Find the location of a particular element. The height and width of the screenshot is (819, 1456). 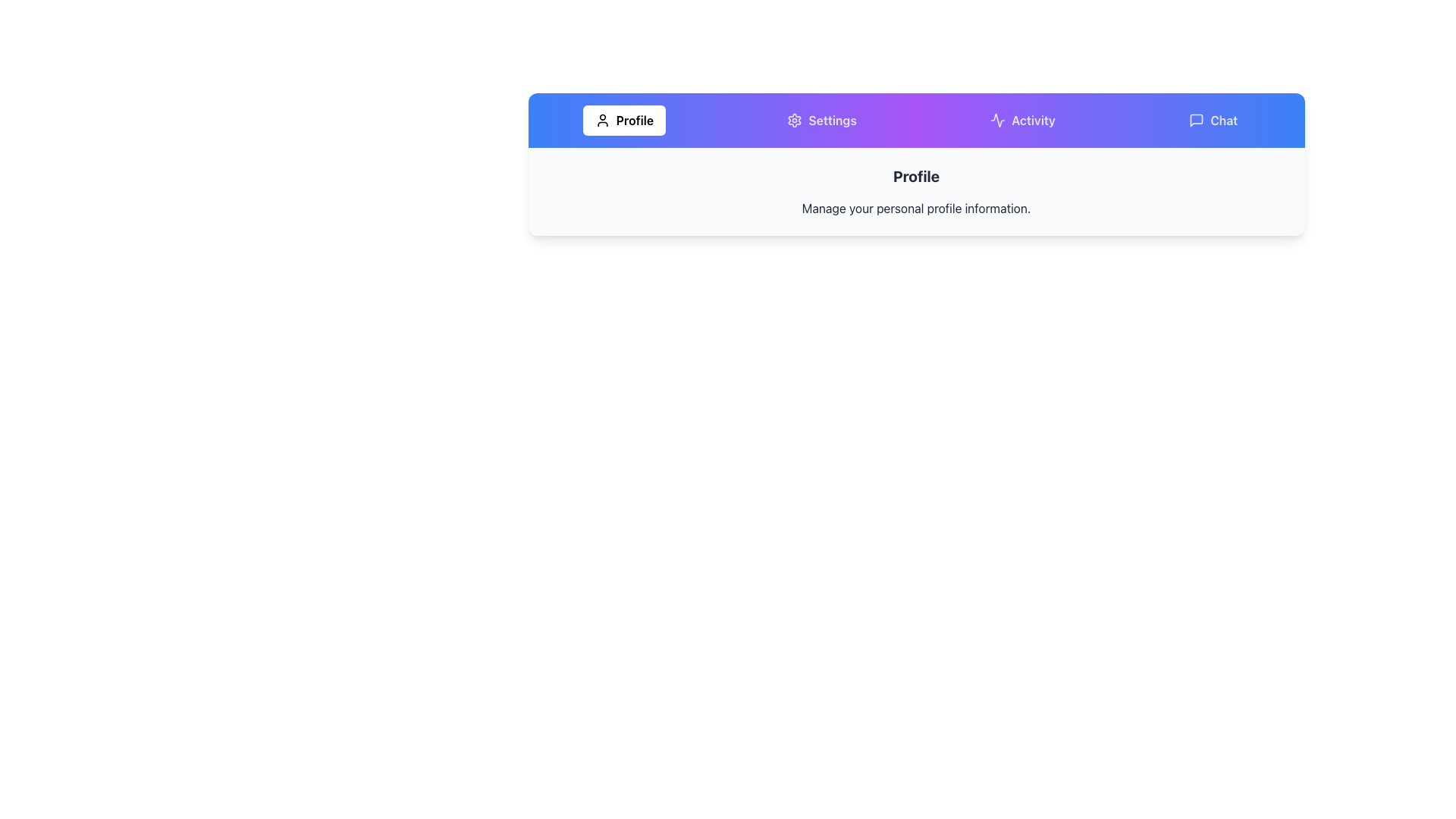

the static text label providing supplementary information below the 'Profile' title is located at coordinates (915, 208).